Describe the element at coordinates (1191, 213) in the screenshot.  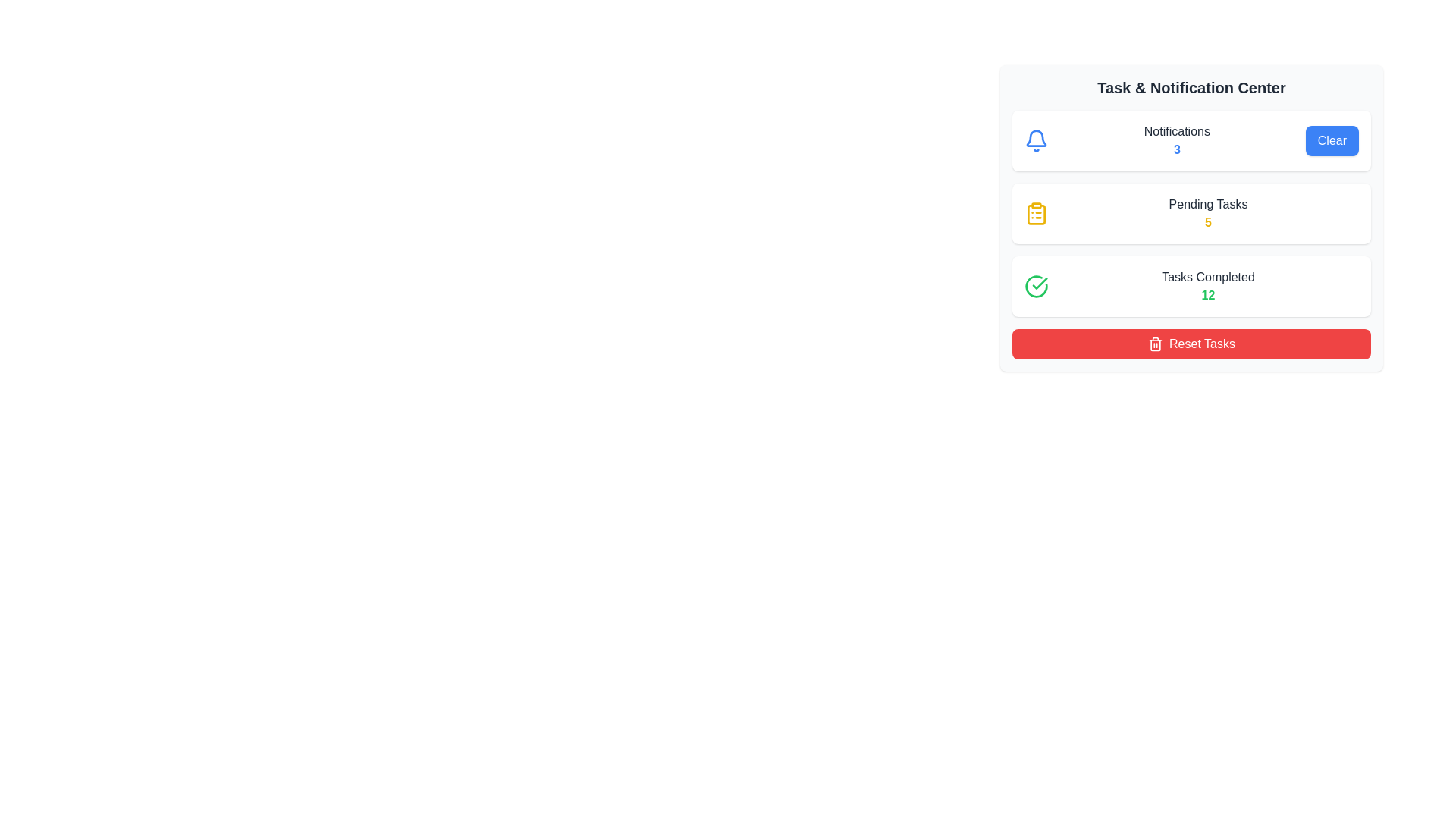
I see `the 'Pending Tasks' informational card, which features a clipboard icon, a label, and a count of '5' in bold yellow text, positioned in the 'Task & Notification Center'` at that location.